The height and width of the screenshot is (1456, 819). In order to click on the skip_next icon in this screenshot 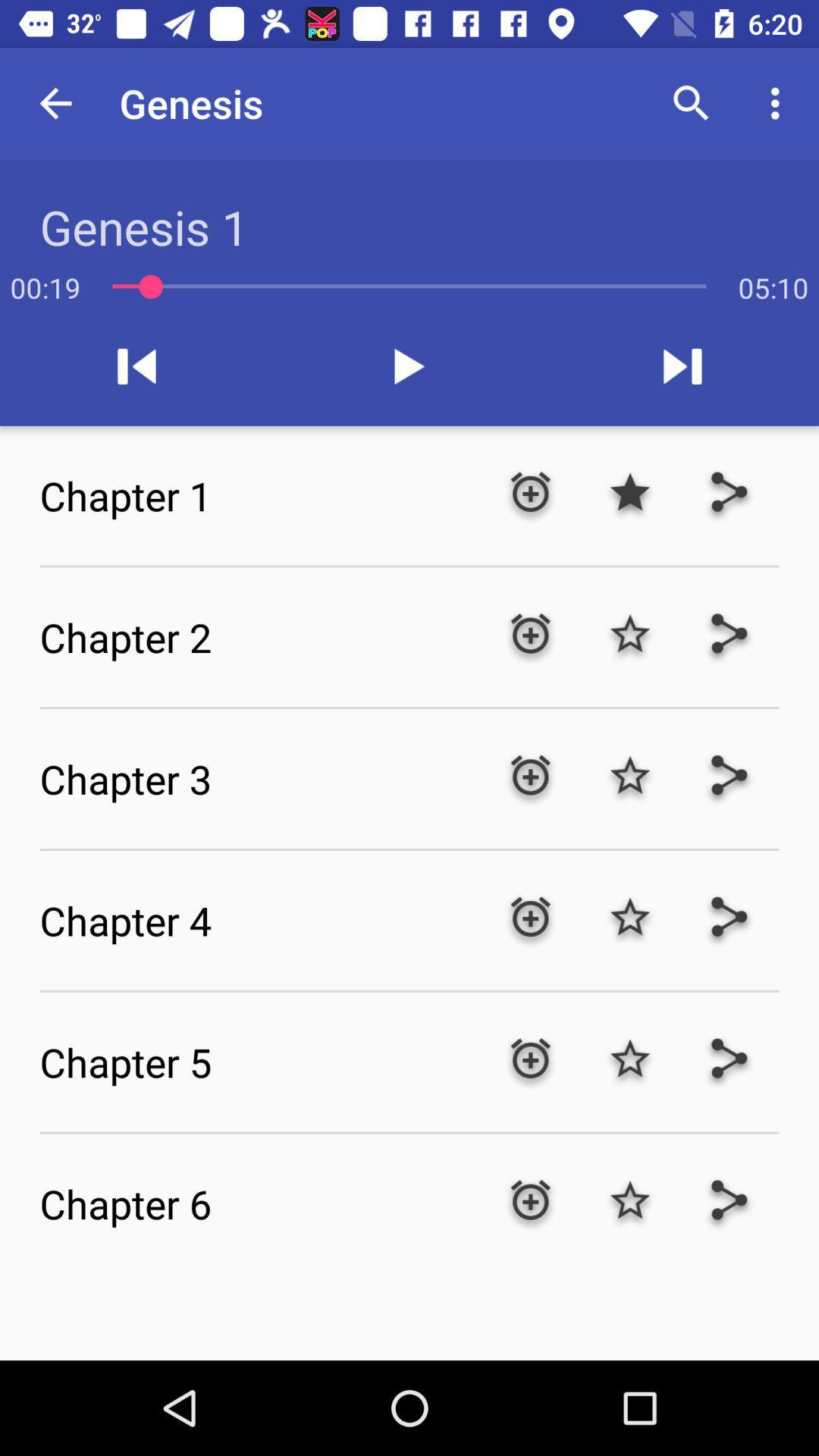, I will do `click(681, 366)`.